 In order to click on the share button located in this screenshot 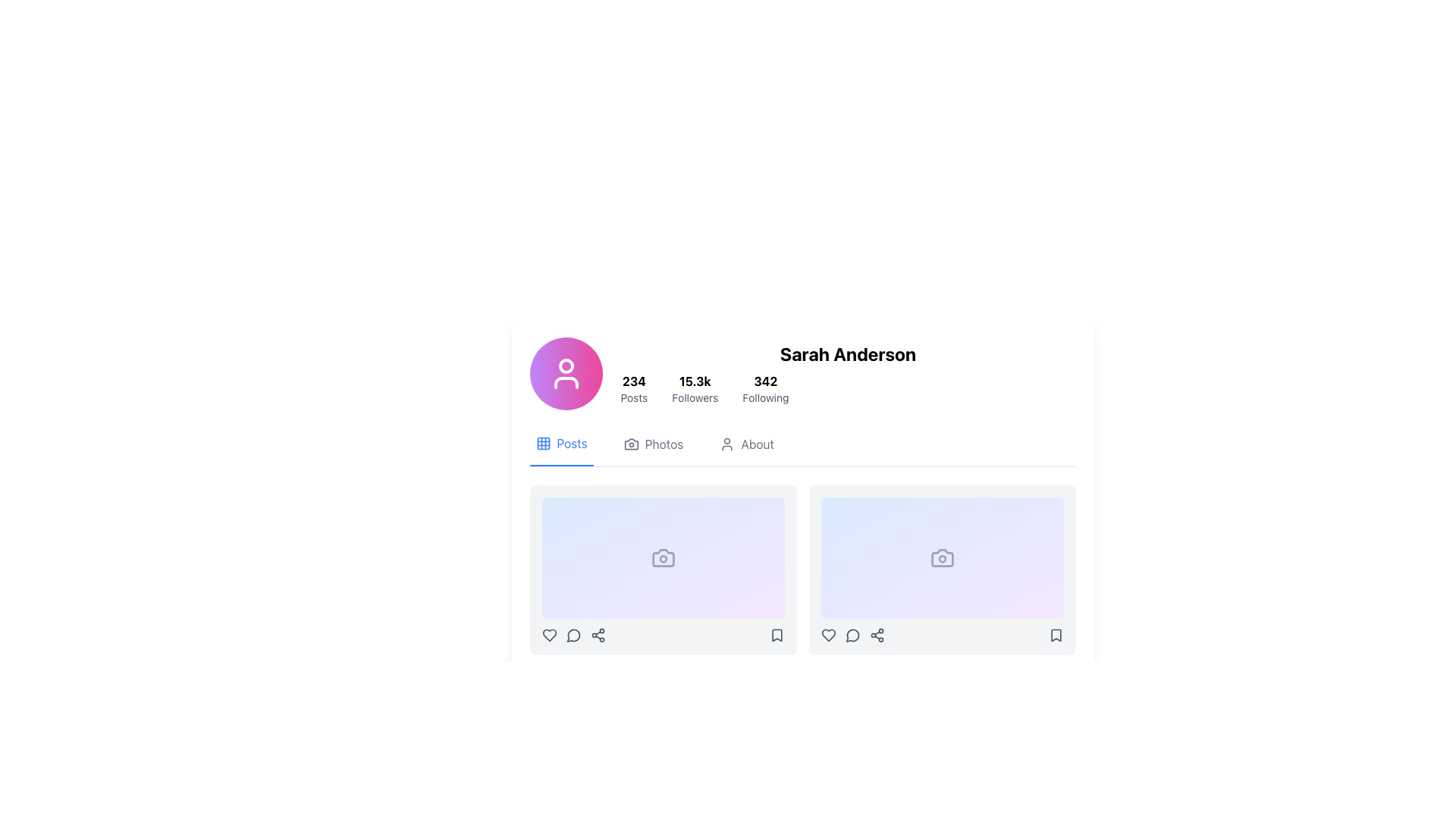, I will do `click(877, 635)`.